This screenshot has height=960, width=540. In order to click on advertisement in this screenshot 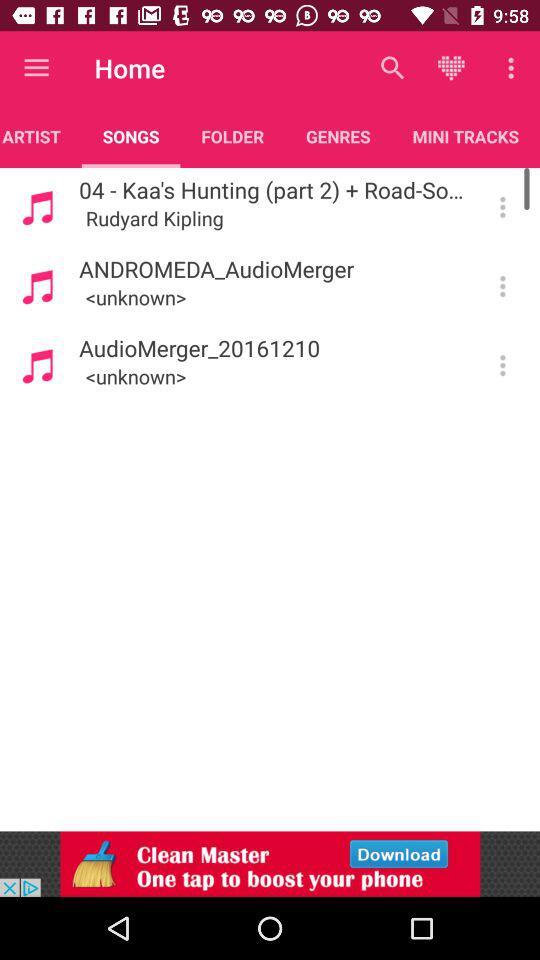, I will do `click(270, 863)`.